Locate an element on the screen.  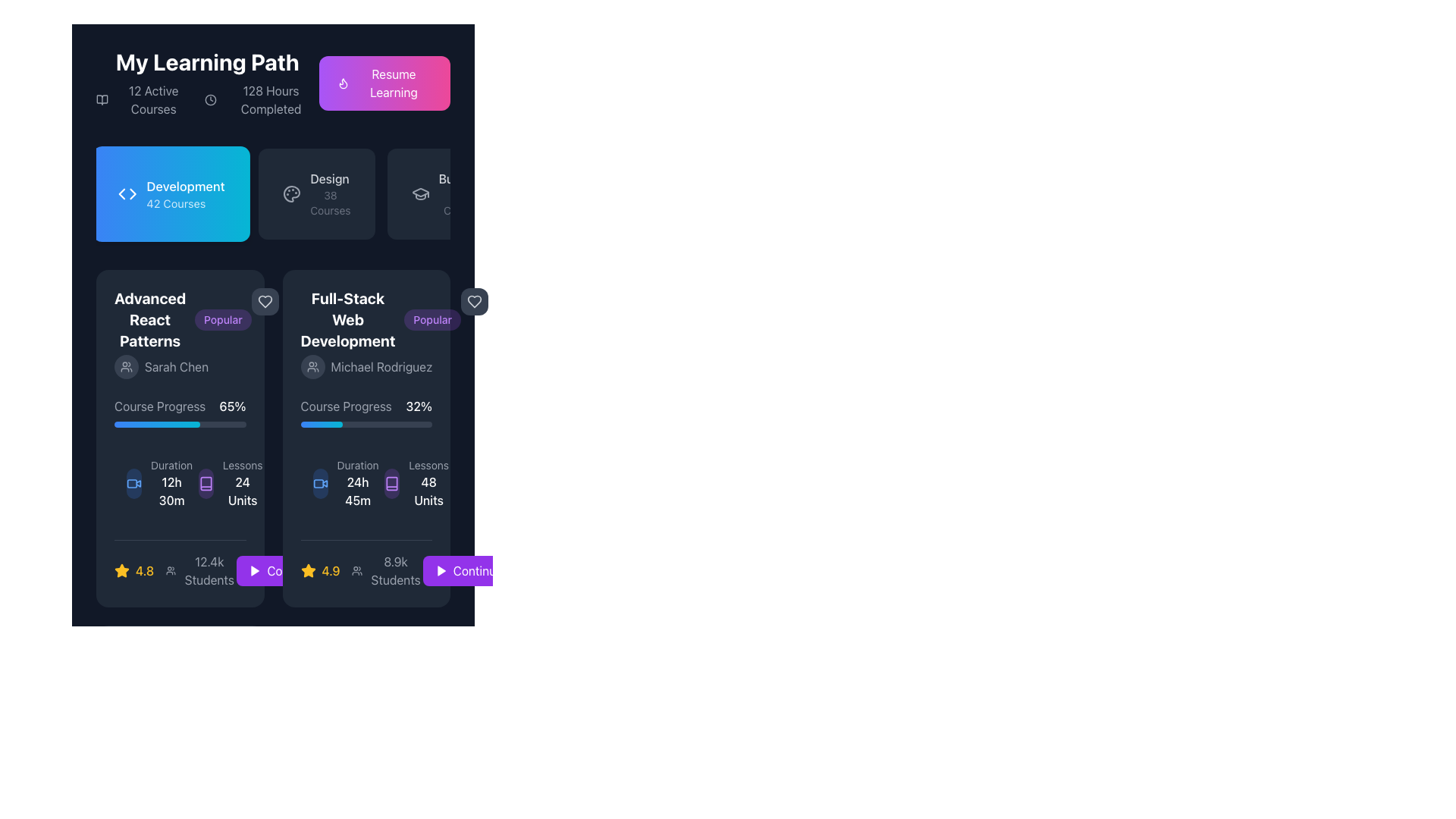
the text component displaying the value '4.9', which is styled in amber color and is part of the rating display for the 'Full-Stack Web Development' course card, located near the bottom of the card is located at coordinates (330, 570).